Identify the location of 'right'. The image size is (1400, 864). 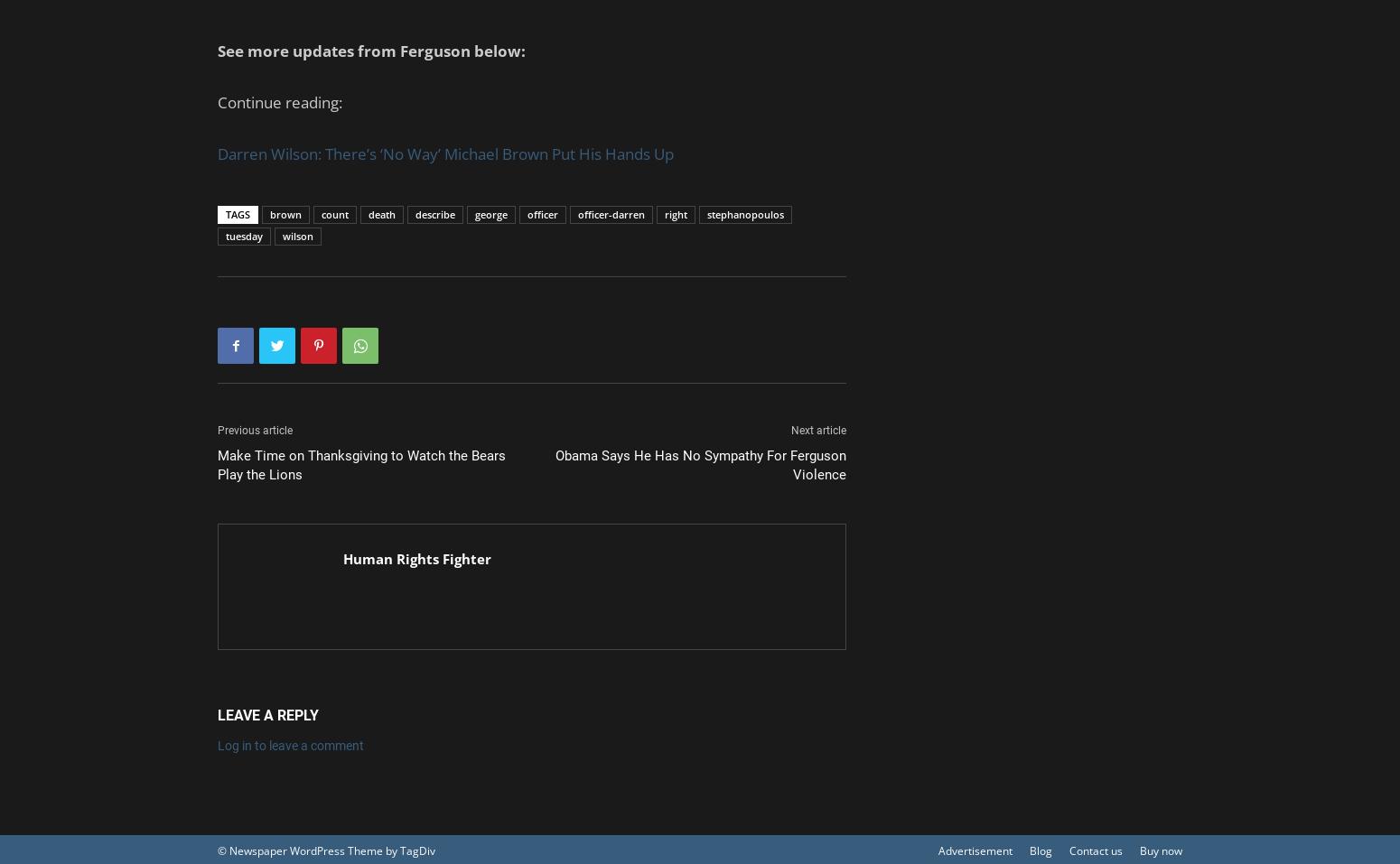
(676, 213).